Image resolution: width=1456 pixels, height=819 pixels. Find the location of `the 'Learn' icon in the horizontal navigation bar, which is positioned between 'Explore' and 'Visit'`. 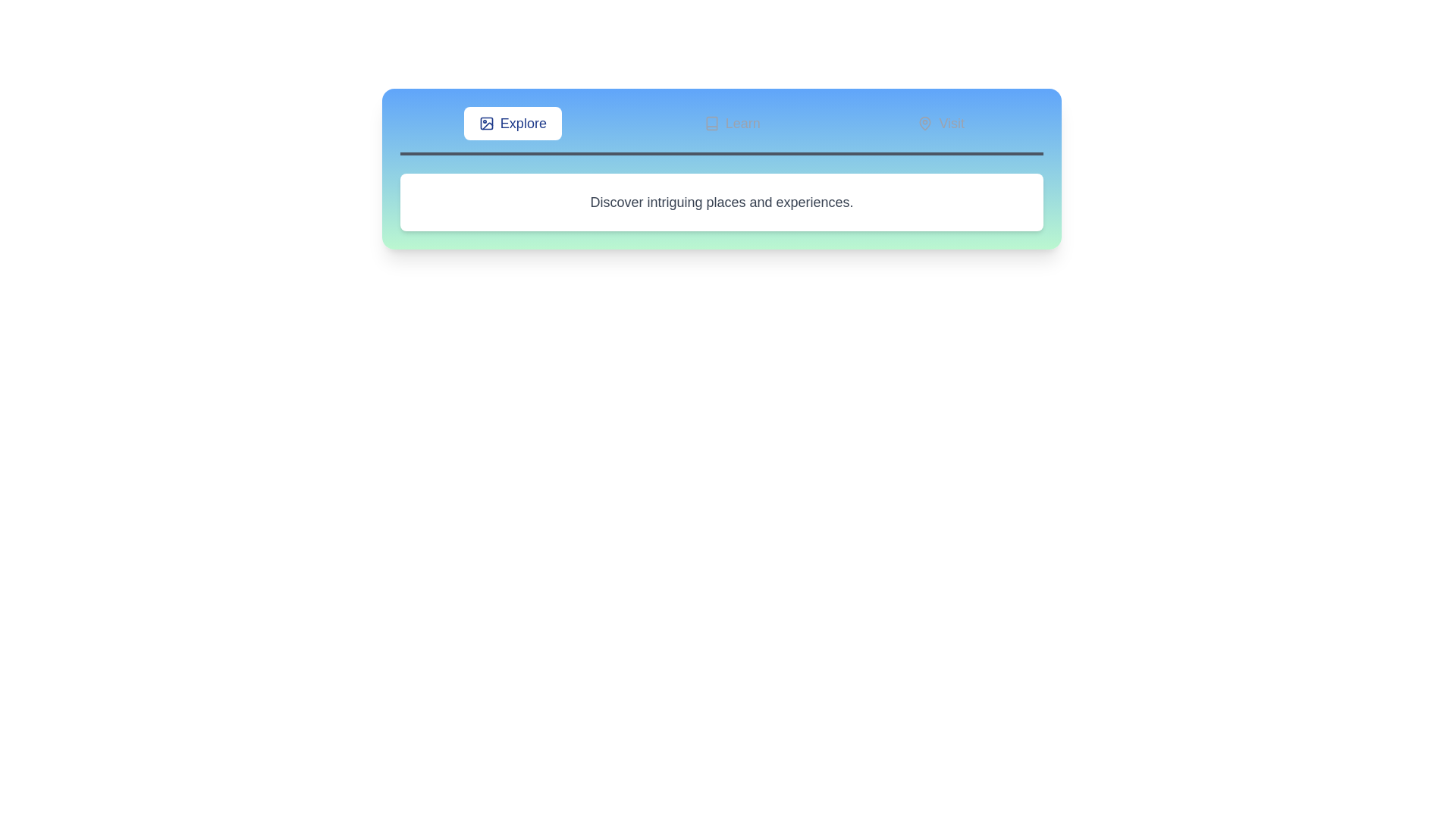

the 'Learn' icon in the horizontal navigation bar, which is positioned between 'Explore' and 'Visit' is located at coordinates (711, 122).